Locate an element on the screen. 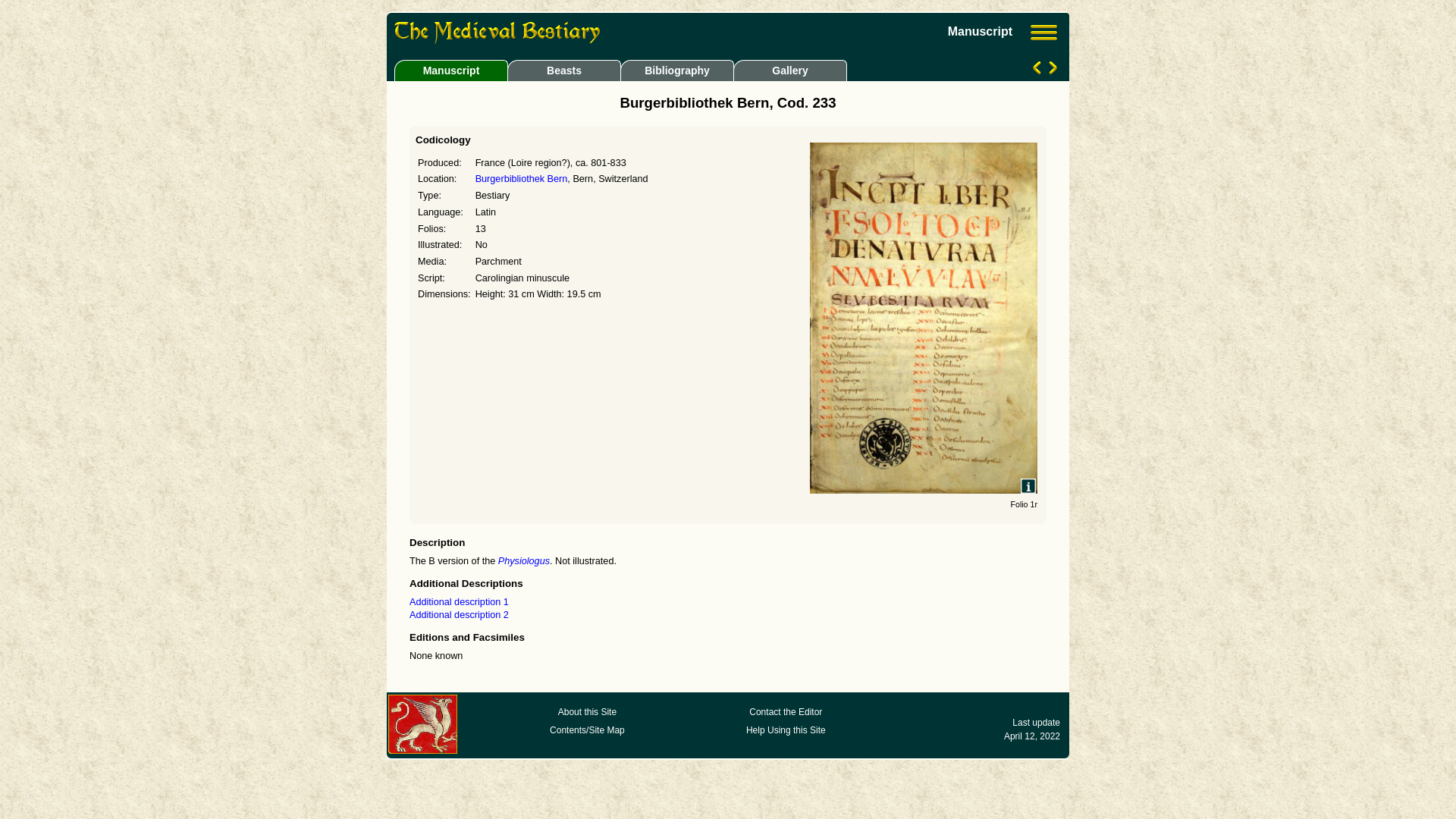  'Physiologus' is located at coordinates (524, 561).